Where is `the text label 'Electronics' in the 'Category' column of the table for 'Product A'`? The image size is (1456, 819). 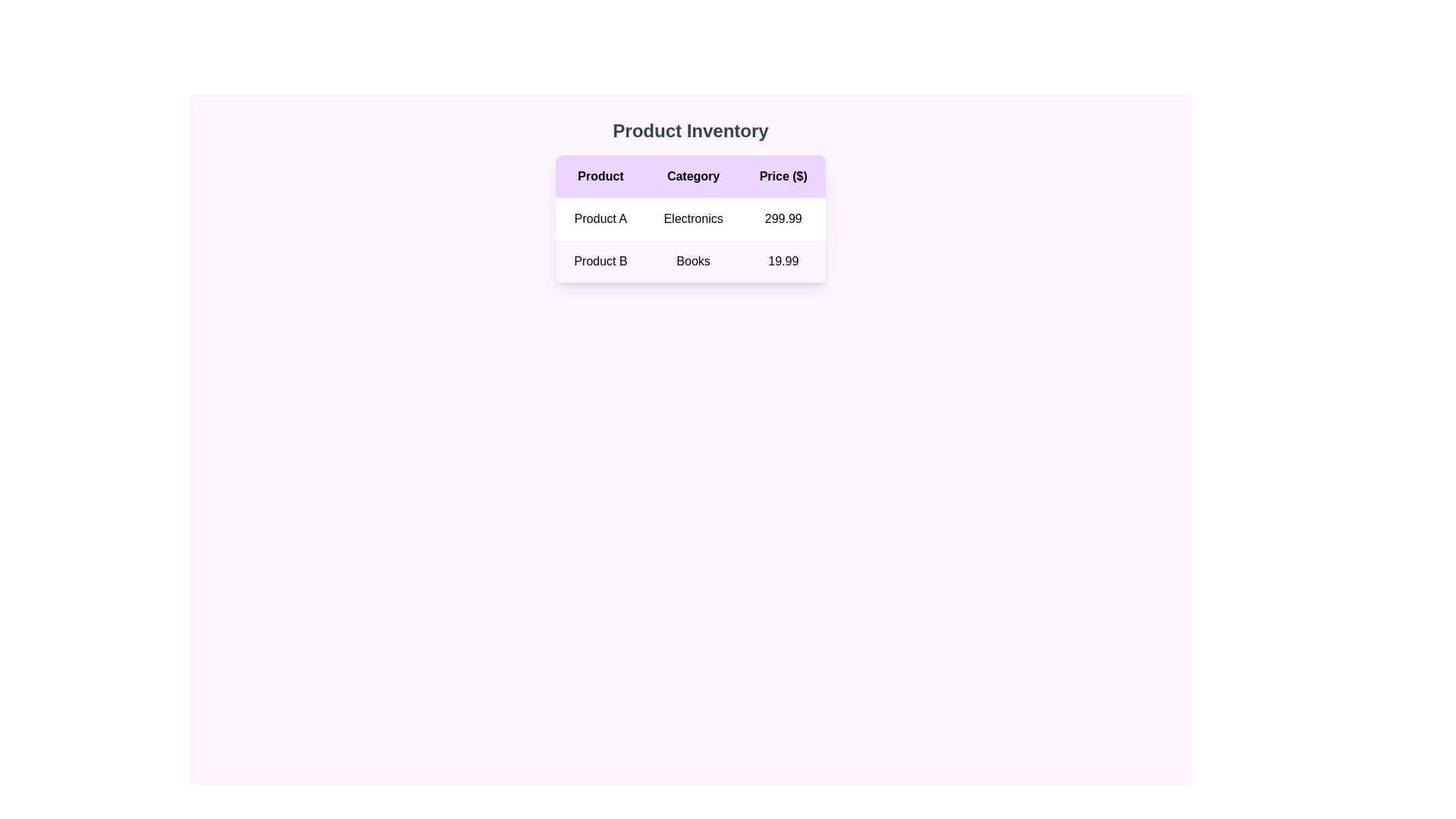
the text label 'Electronics' in the 'Category' column of the table for 'Product A' is located at coordinates (692, 219).